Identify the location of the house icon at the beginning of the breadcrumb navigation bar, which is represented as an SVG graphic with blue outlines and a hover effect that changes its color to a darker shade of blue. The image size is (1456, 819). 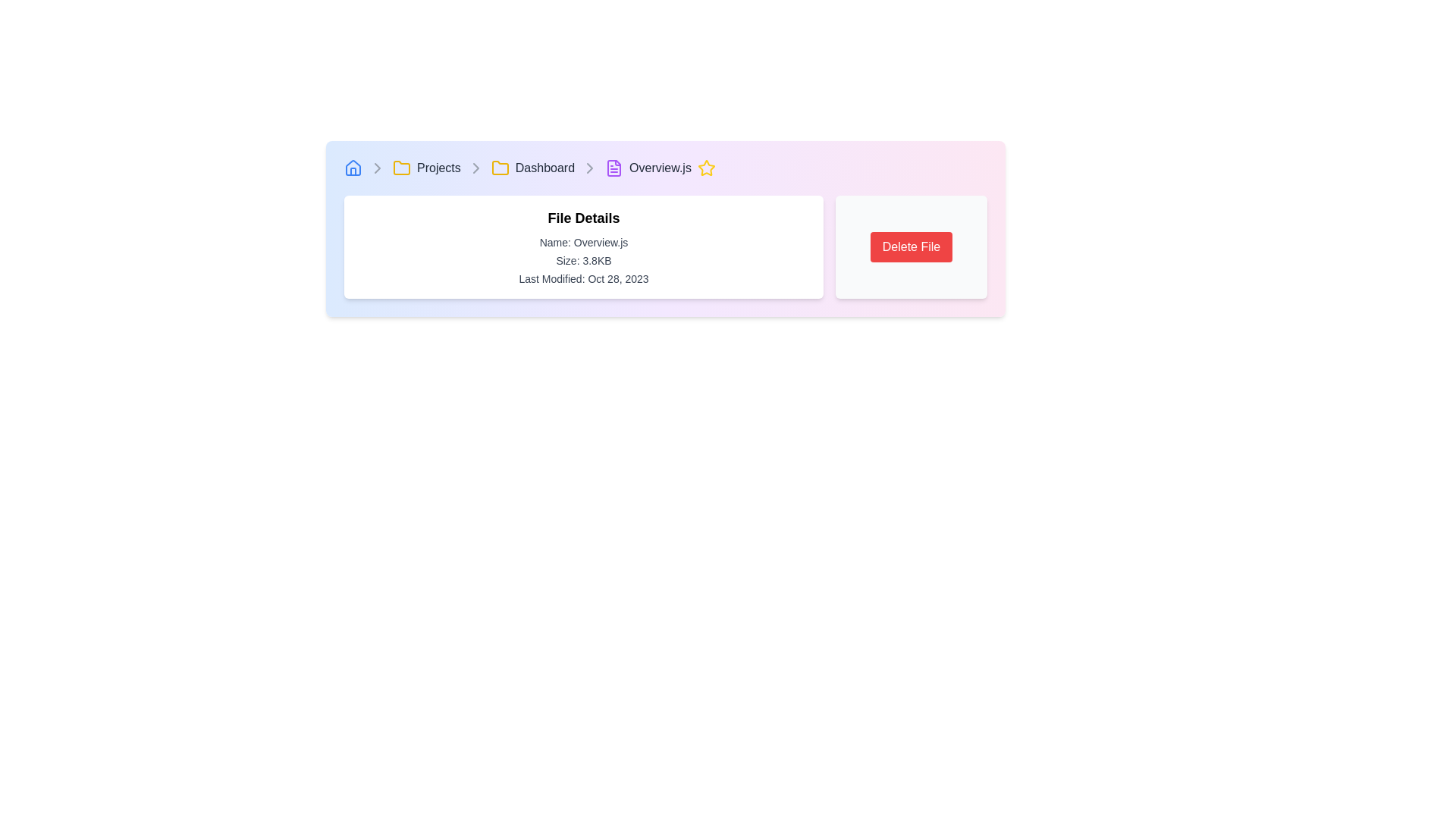
(352, 168).